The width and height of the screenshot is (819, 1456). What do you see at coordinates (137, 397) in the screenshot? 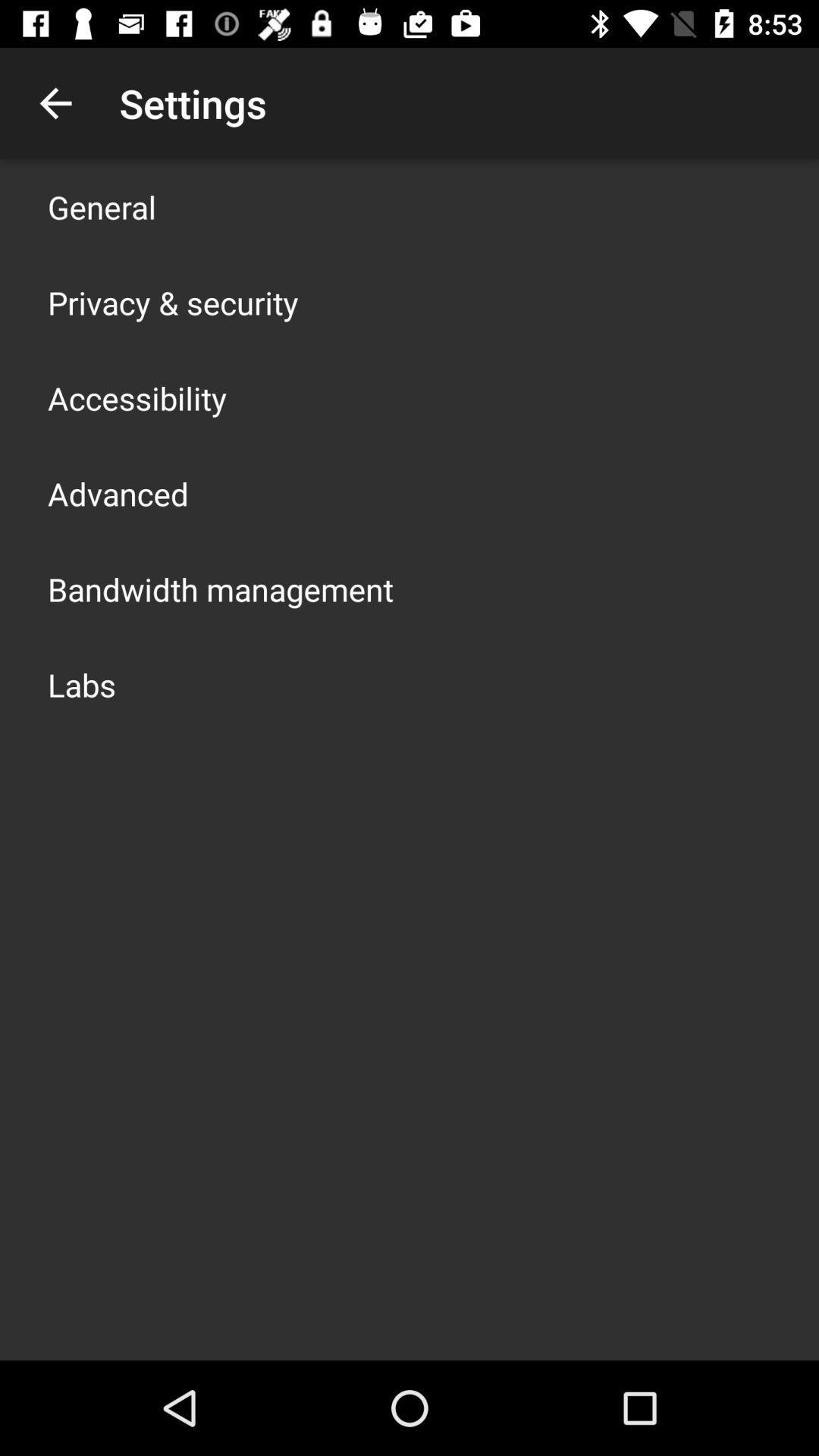
I see `app below the privacy & security item` at bounding box center [137, 397].